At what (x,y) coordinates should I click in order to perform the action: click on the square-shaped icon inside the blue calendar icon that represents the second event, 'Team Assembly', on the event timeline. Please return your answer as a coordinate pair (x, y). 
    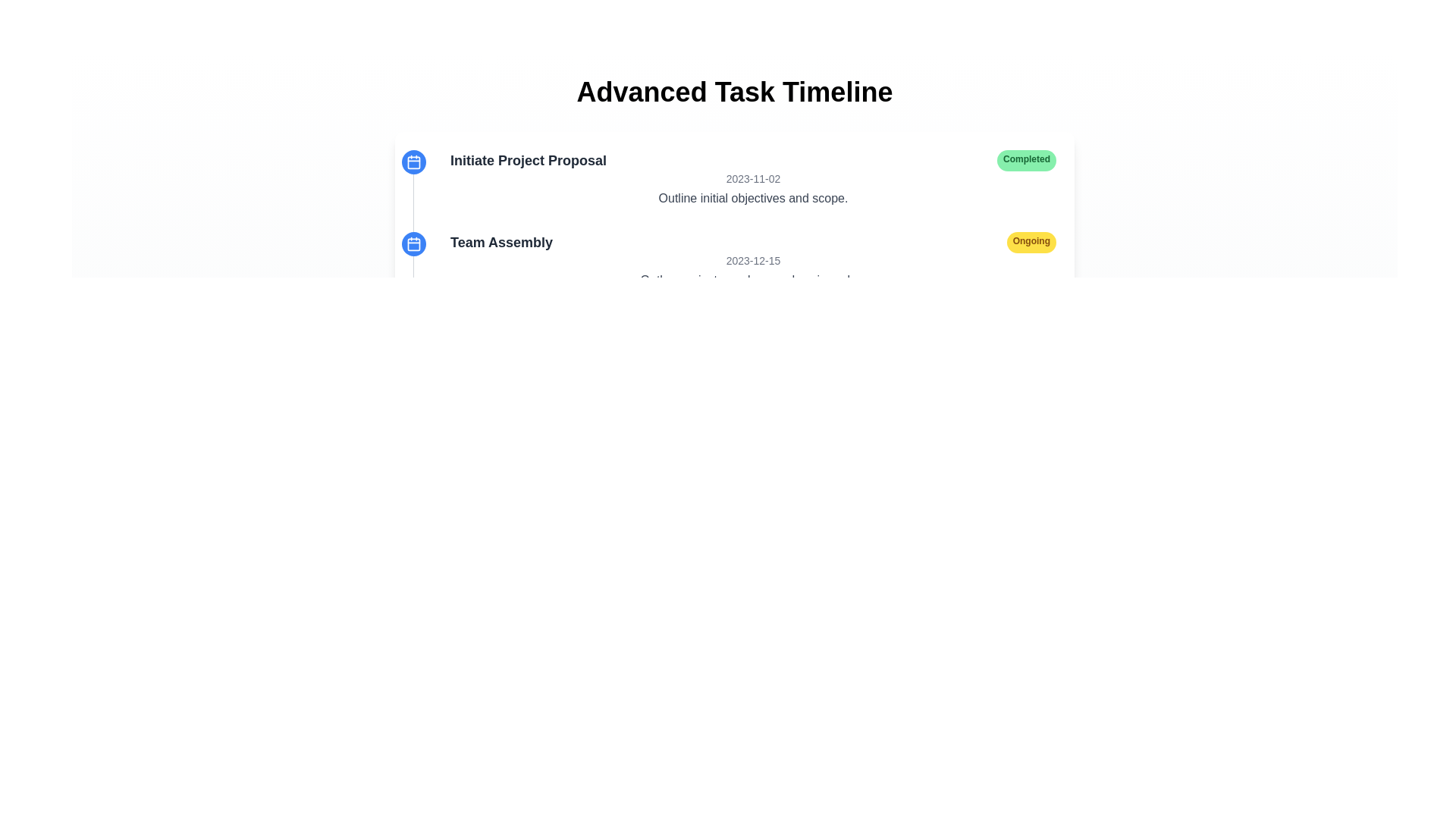
    Looking at the image, I should click on (414, 243).